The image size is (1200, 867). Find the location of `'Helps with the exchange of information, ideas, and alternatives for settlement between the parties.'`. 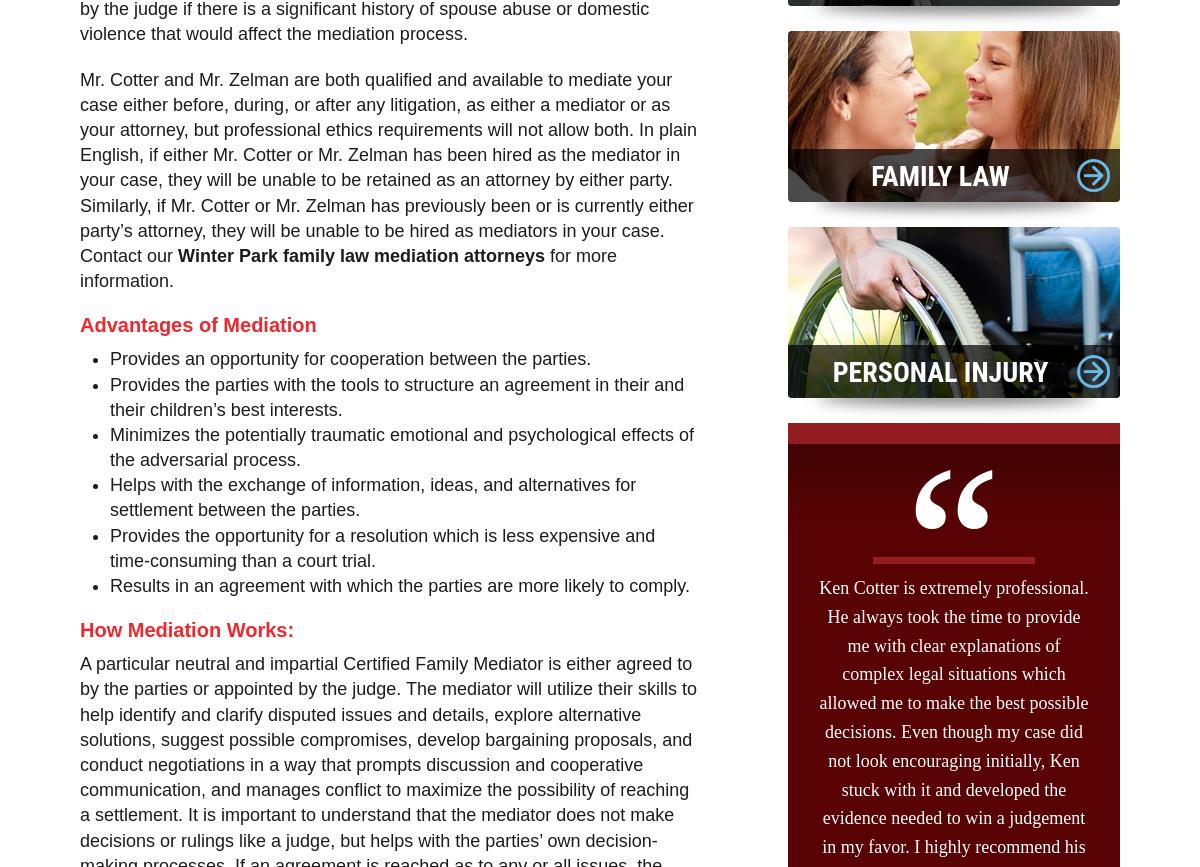

'Helps with the exchange of information, ideas, and alternatives for settlement between the parties.' is located at coordinates (372, 496).